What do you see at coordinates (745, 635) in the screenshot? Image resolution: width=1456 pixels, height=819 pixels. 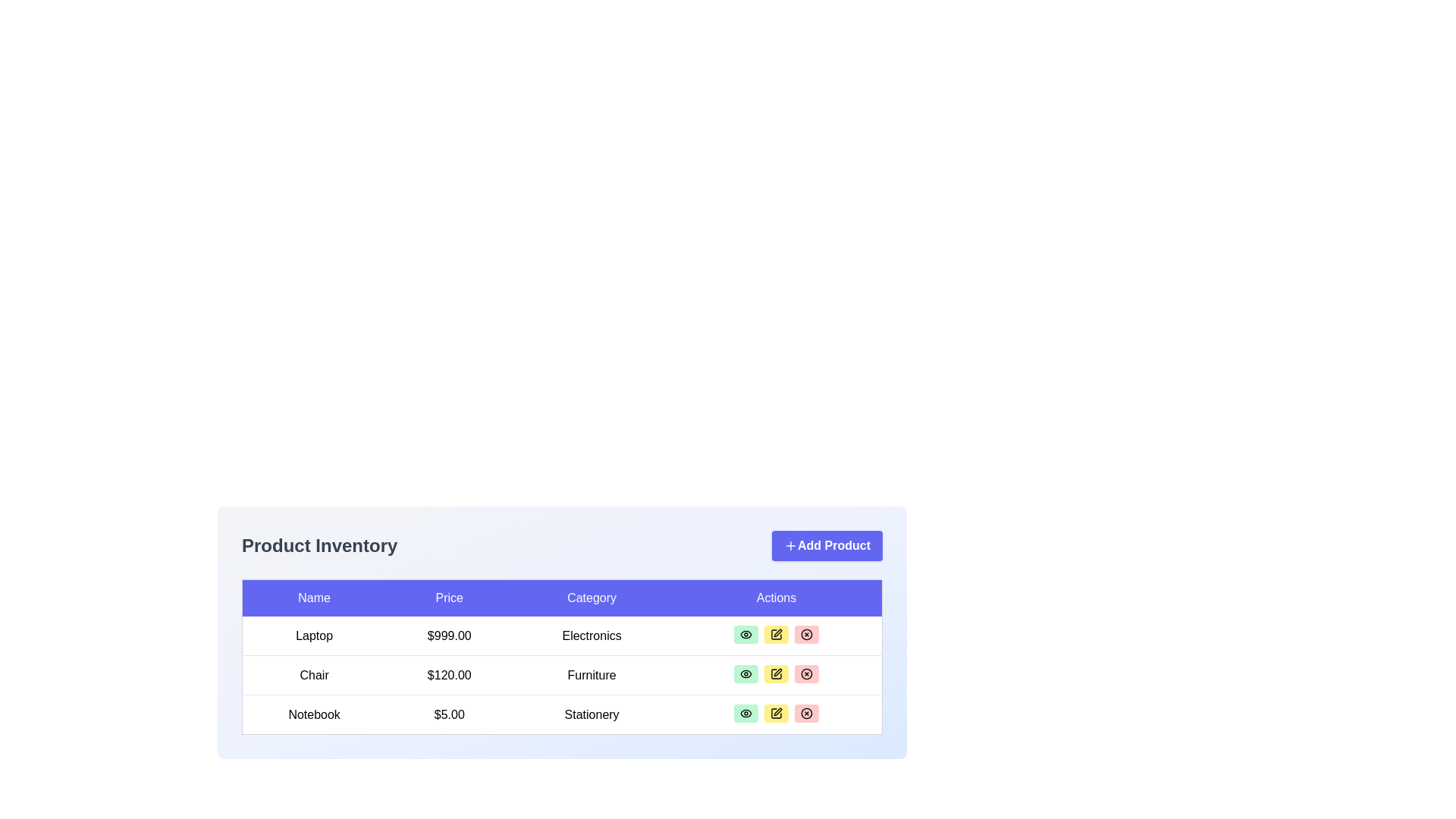 I see `the small green button with a rounded corner and a black eye icon located in the 'Actions' column corresponding to the 'Laptop' product entry` at bounding box center [745, 635].